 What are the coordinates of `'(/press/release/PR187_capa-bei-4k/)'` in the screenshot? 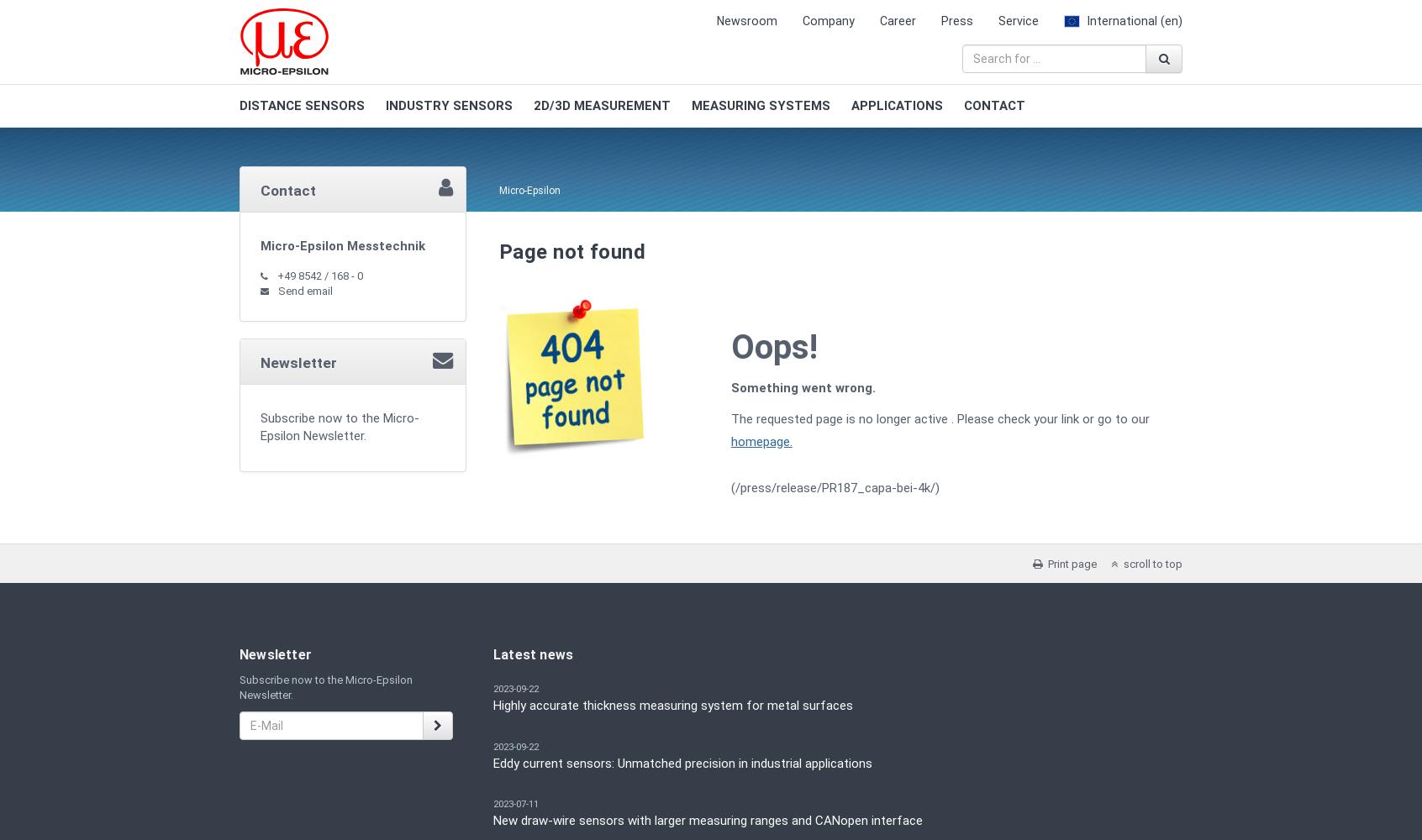 It's located at (729, 487).